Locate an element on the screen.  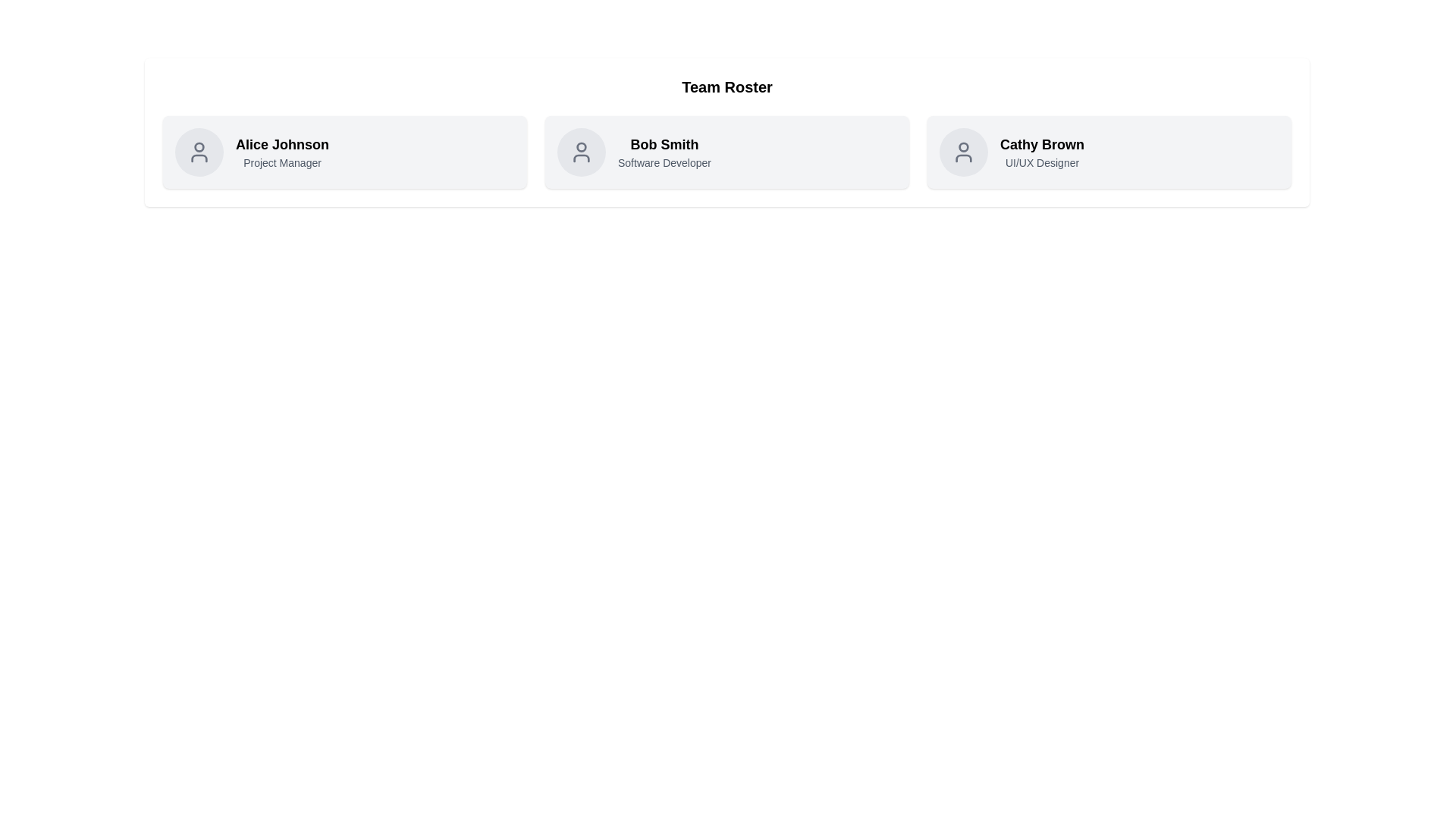
the graphical icon representing a generic user or profile picture placeholder located above the name 'Bob Smith' in the 'Team Roster' layout is located at coordinates (581, 152).